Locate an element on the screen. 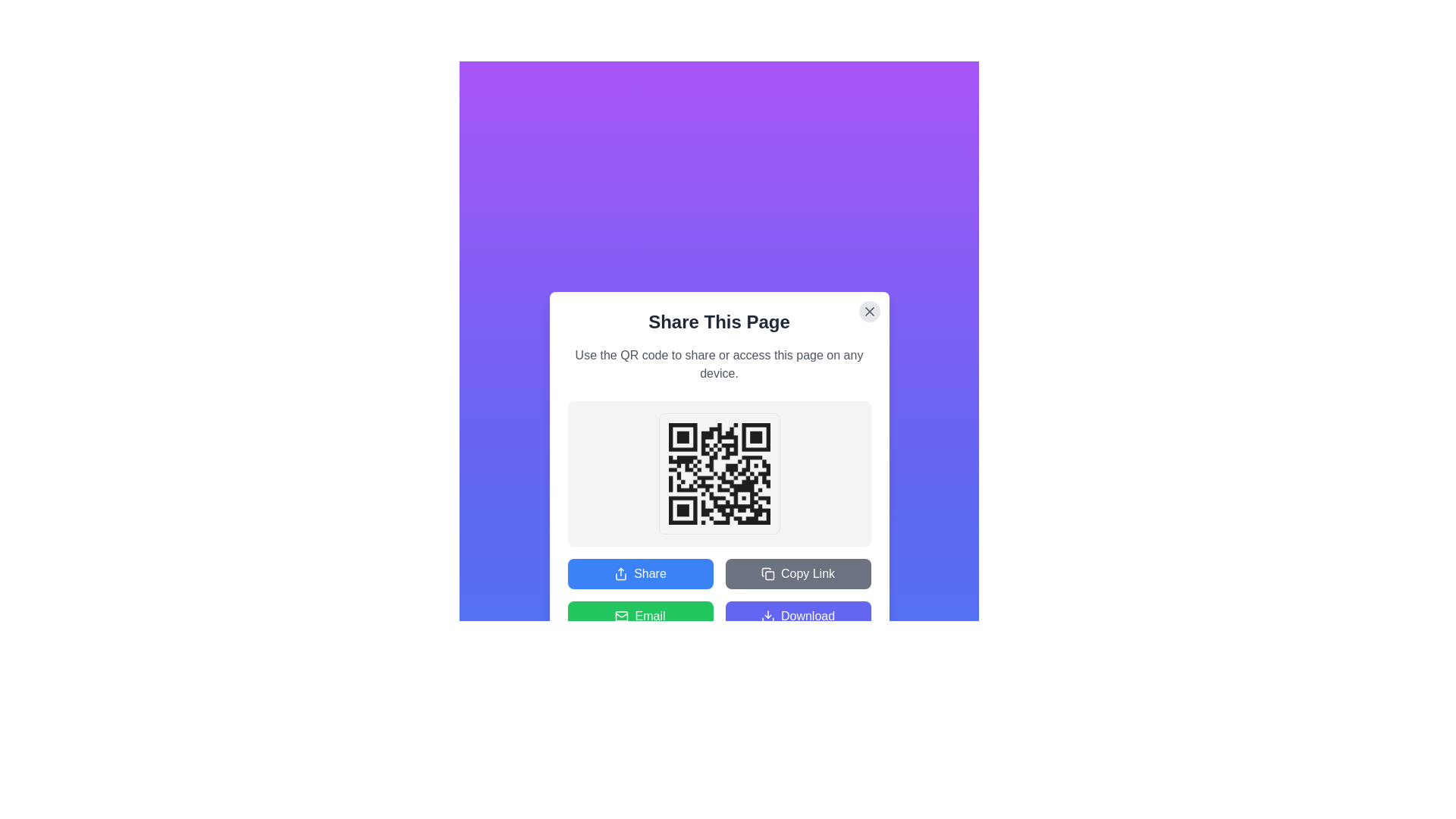 This screenshot has width=1456, height=819. the 'X' icon located at the top-right corner of the 'Share This Page' modal is located at coordinates (869, 311).